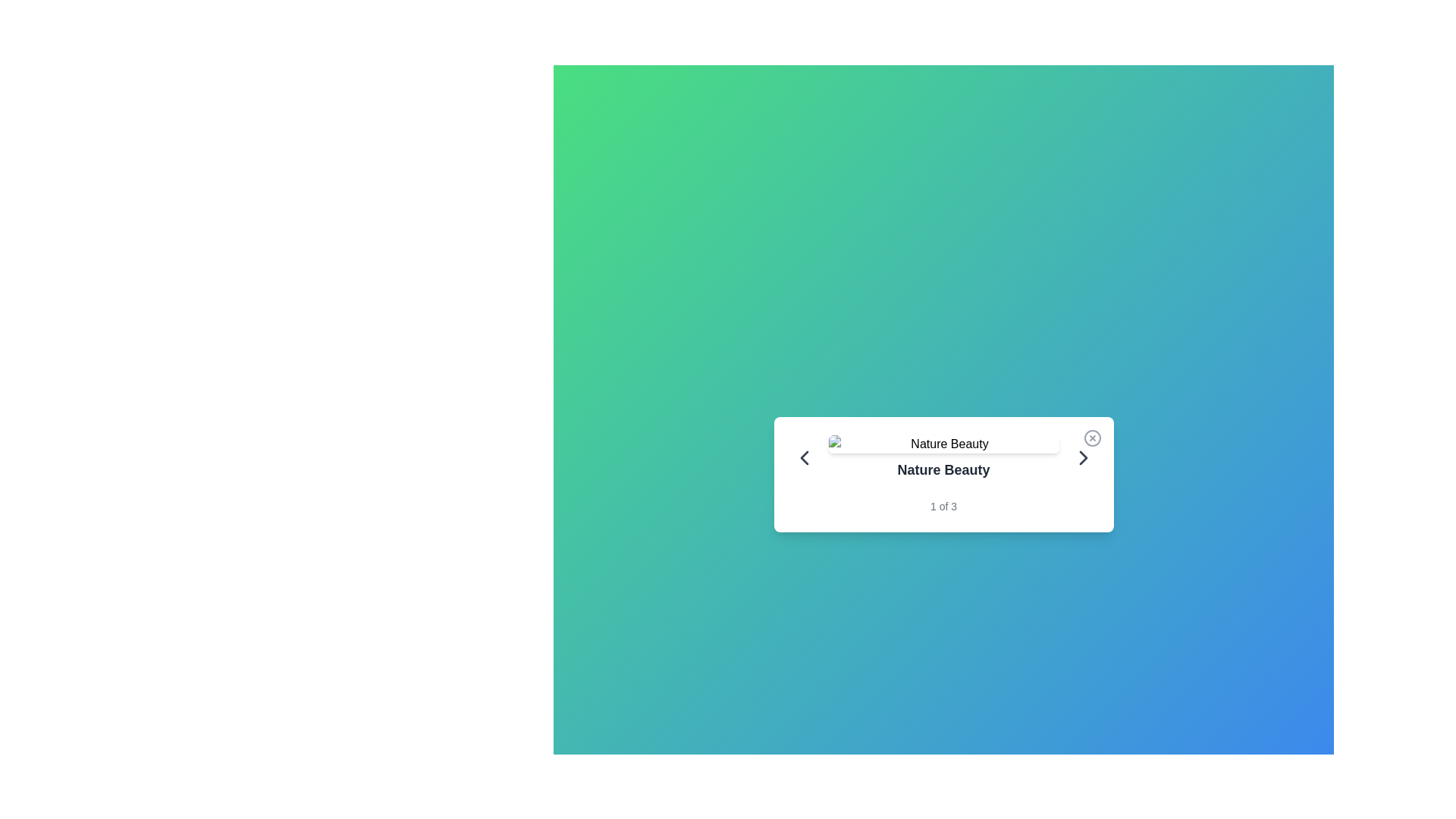  Describe the element at coordinates (943, 457) in the screenshot. I see `the static text label displaying 'Nature Beauty', which is a prominent title under an image, located in the center of the interface` at that location.